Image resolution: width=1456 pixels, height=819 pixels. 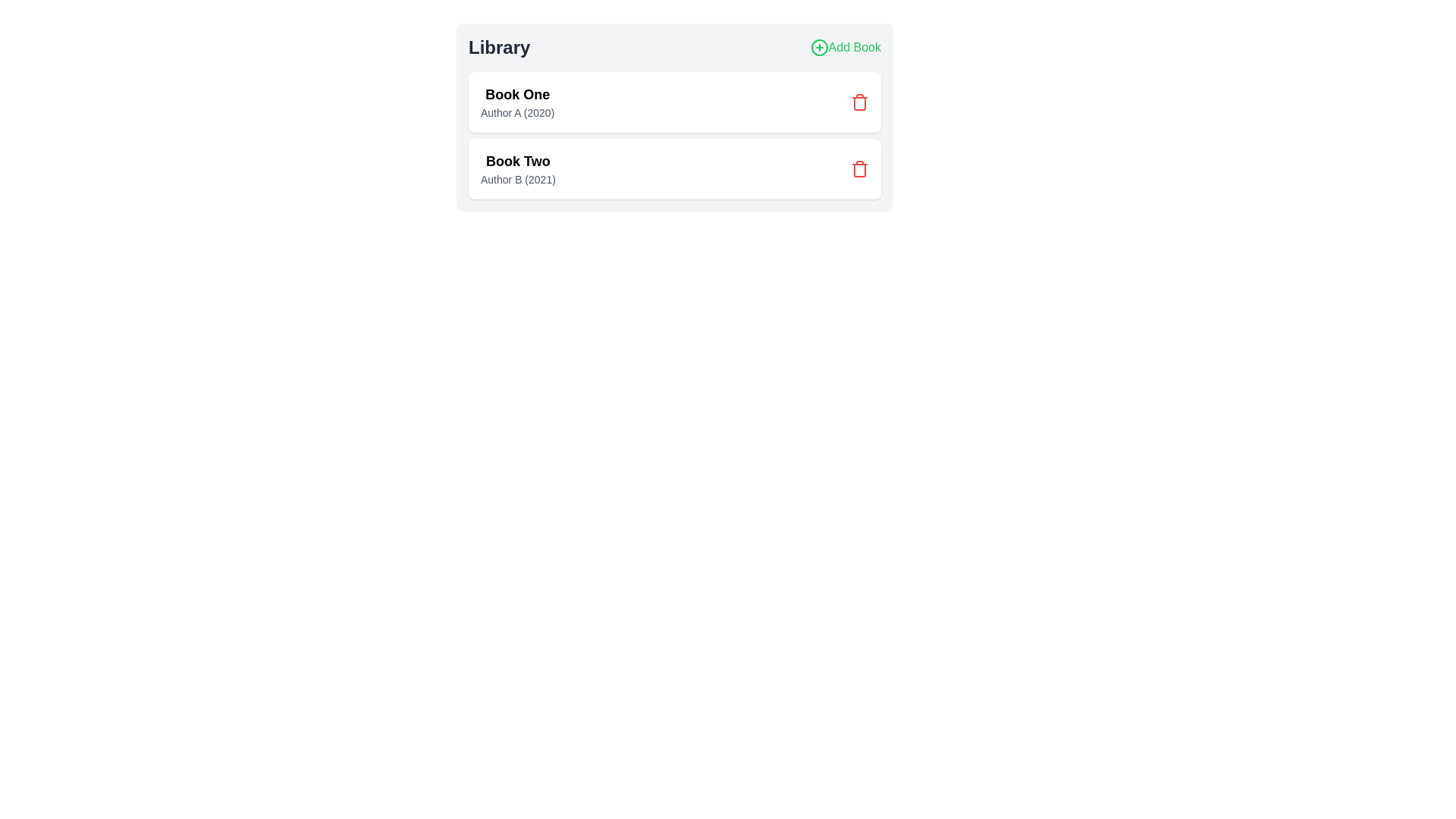 I want to click on the button for adding a new book to the library, so click(x=845, y=46).